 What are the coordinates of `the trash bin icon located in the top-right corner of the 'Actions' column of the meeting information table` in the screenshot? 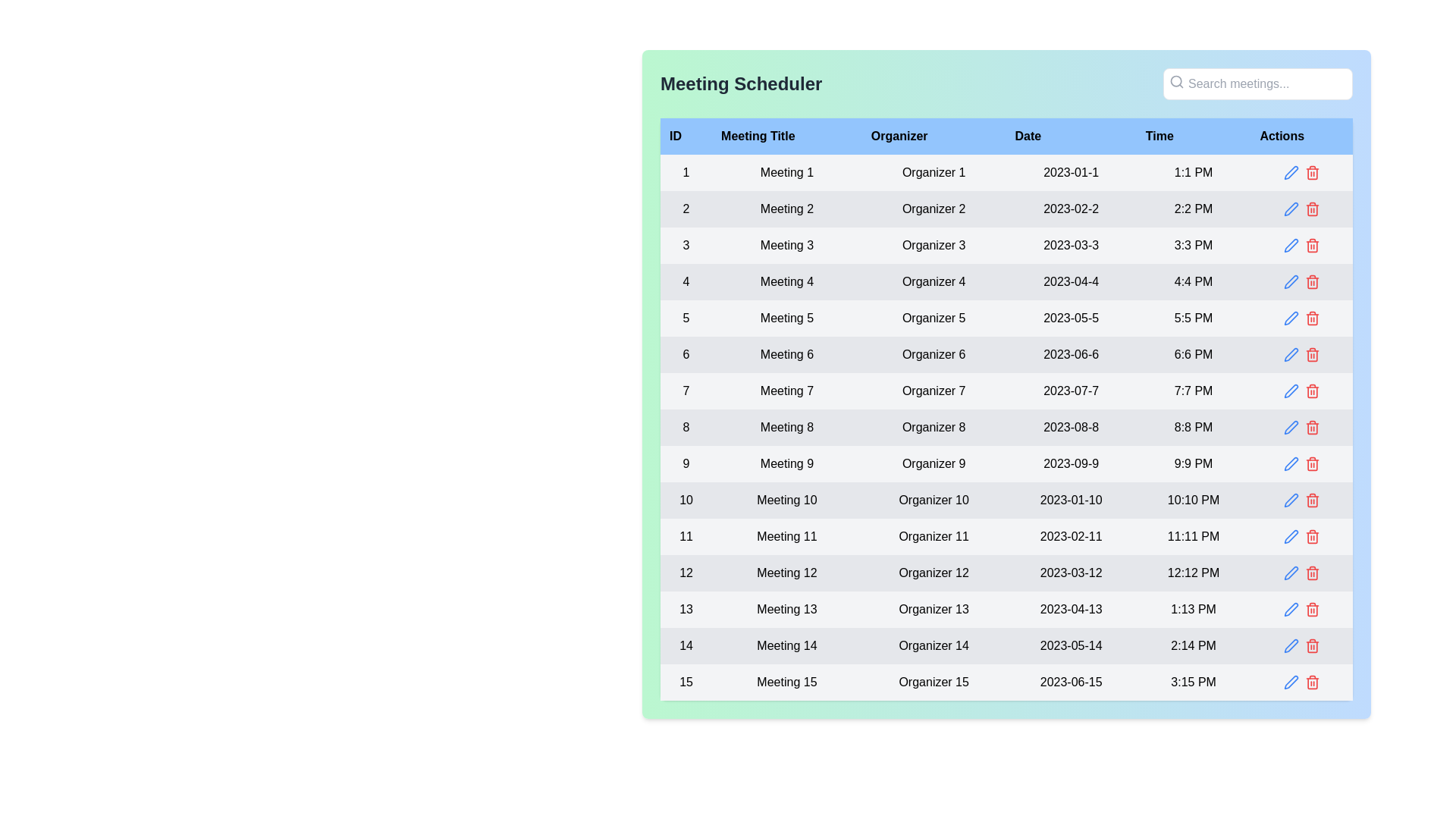 It's located at (1311, 246).